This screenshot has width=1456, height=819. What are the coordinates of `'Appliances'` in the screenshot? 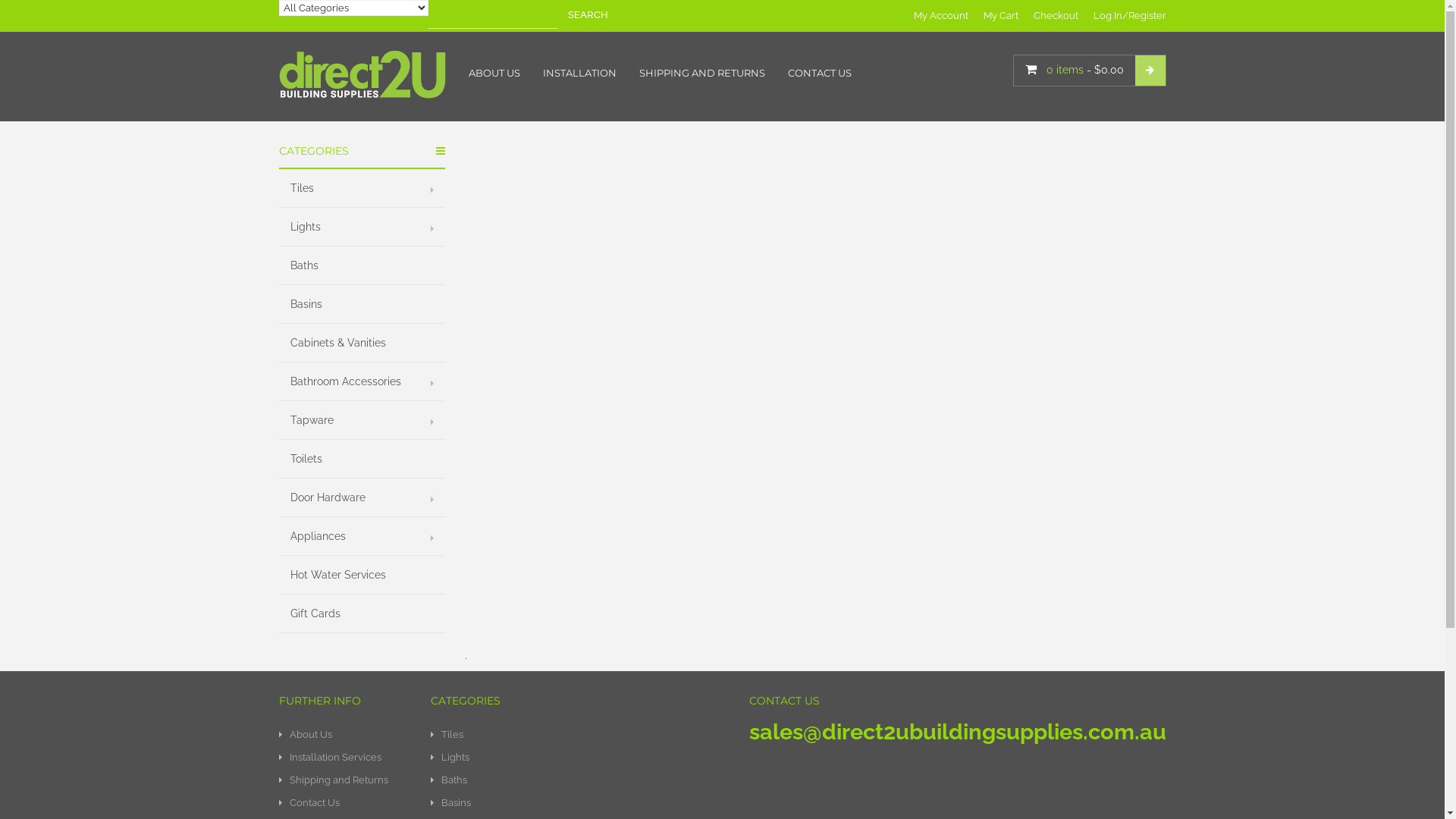 It's located at (362, 535).